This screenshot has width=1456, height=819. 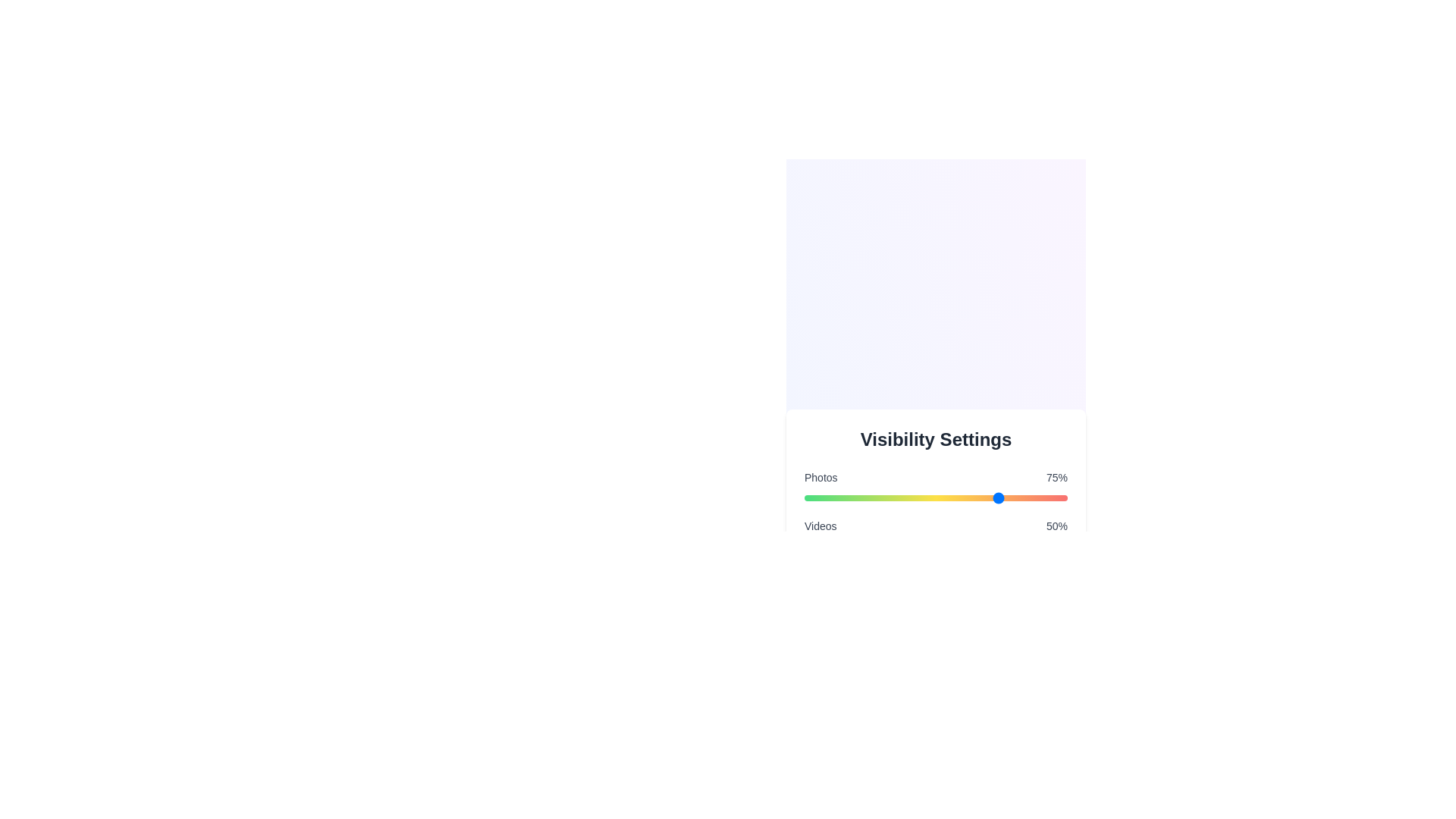 What do you see at coordinates (833, 497) in the screenshot?
I see `the visibility percentage for a category by setting the slider to 11` at bounding box center [833, 497].